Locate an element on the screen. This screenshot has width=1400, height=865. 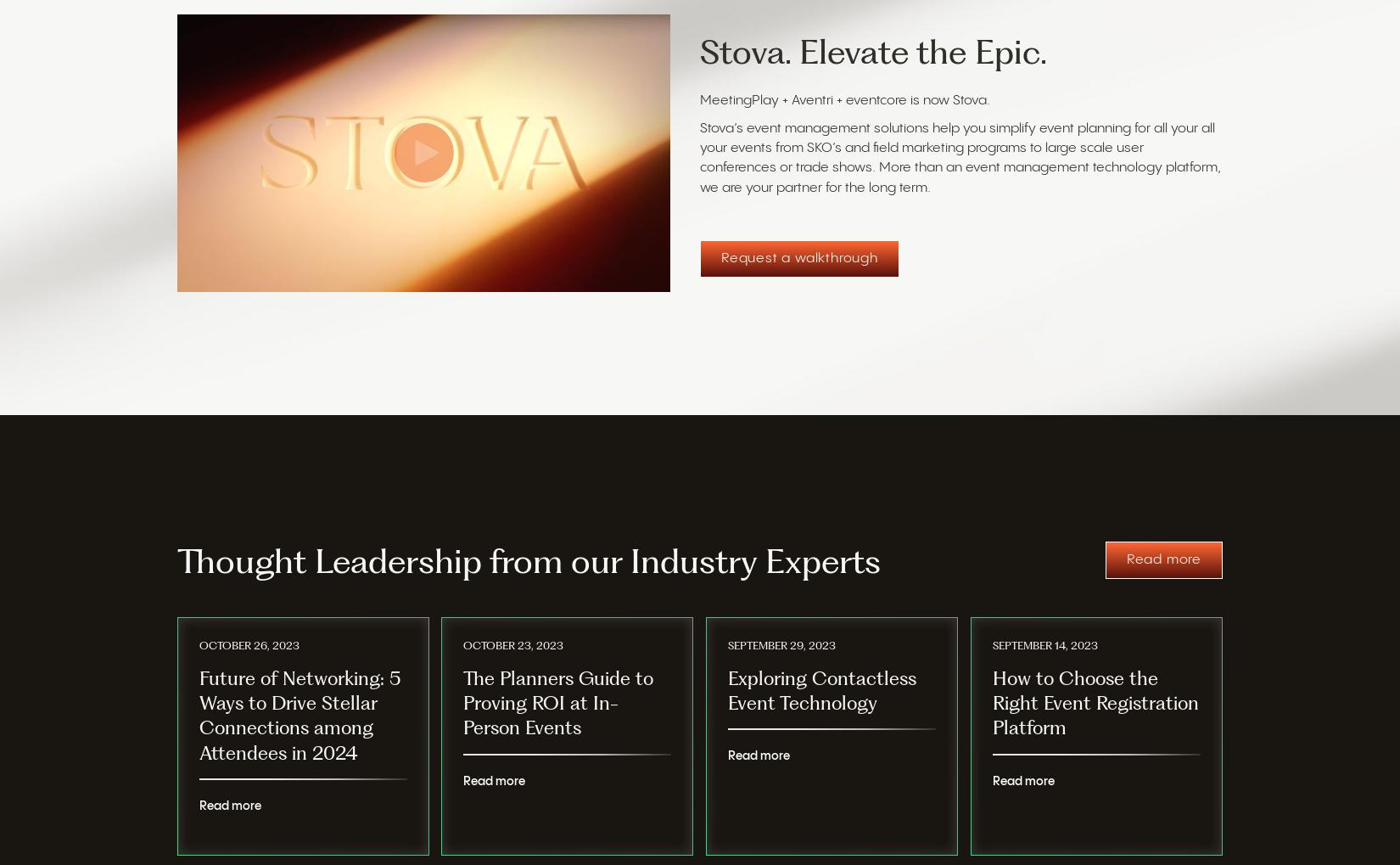
'MeetingPlay + Aventri + eventcore is now Stova.' is located at coordinates (700, 101).